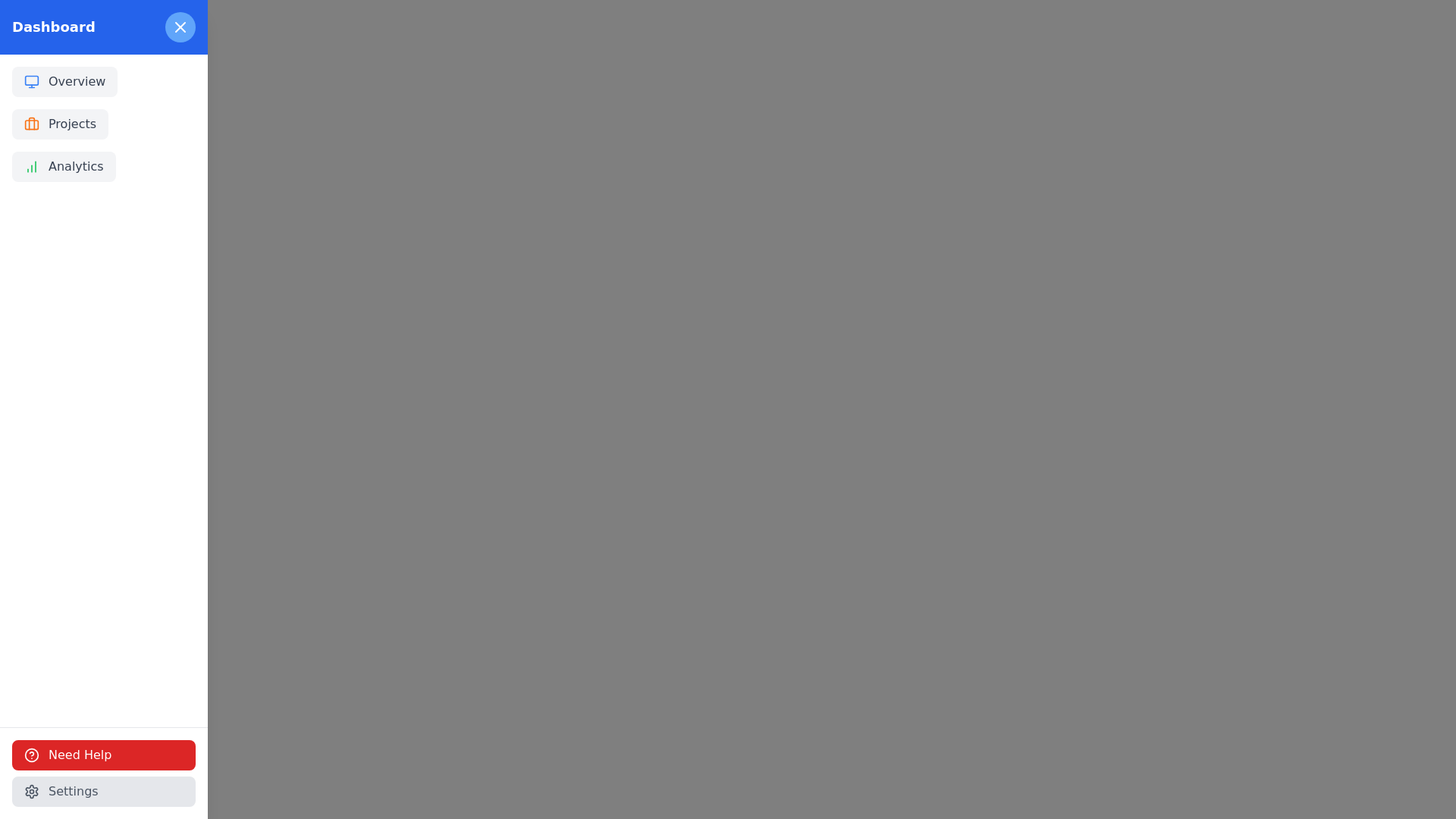  I want to click on the decorative graphical element within the SVG structure, which is located near the bottom-left corner of the interface, adjacent to the 'Need Help' button, so click(32, 755).